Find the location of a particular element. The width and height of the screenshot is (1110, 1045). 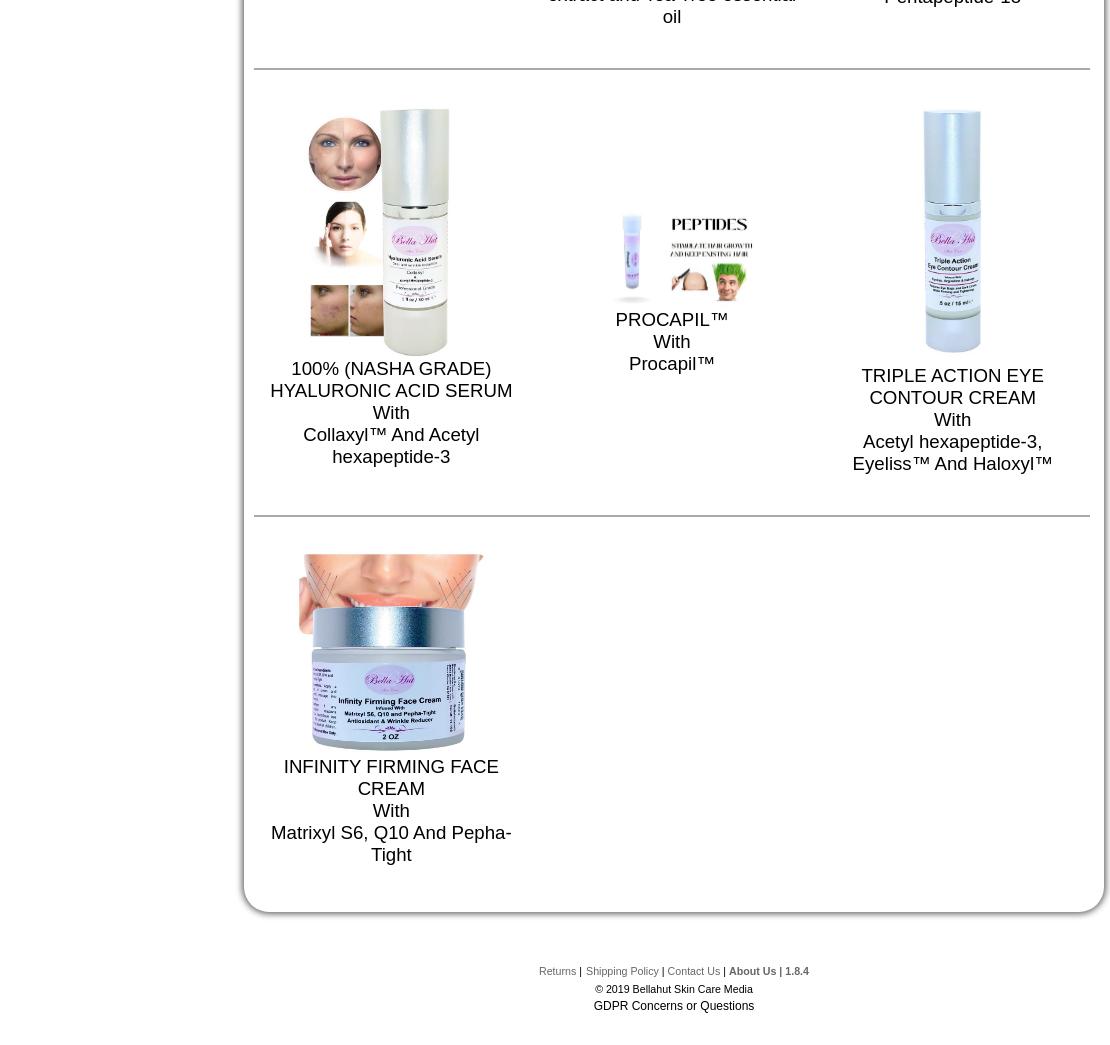

'TRIPLE ACTION EYE CONTOUR CREAM' is located at coordinates (951, 384).